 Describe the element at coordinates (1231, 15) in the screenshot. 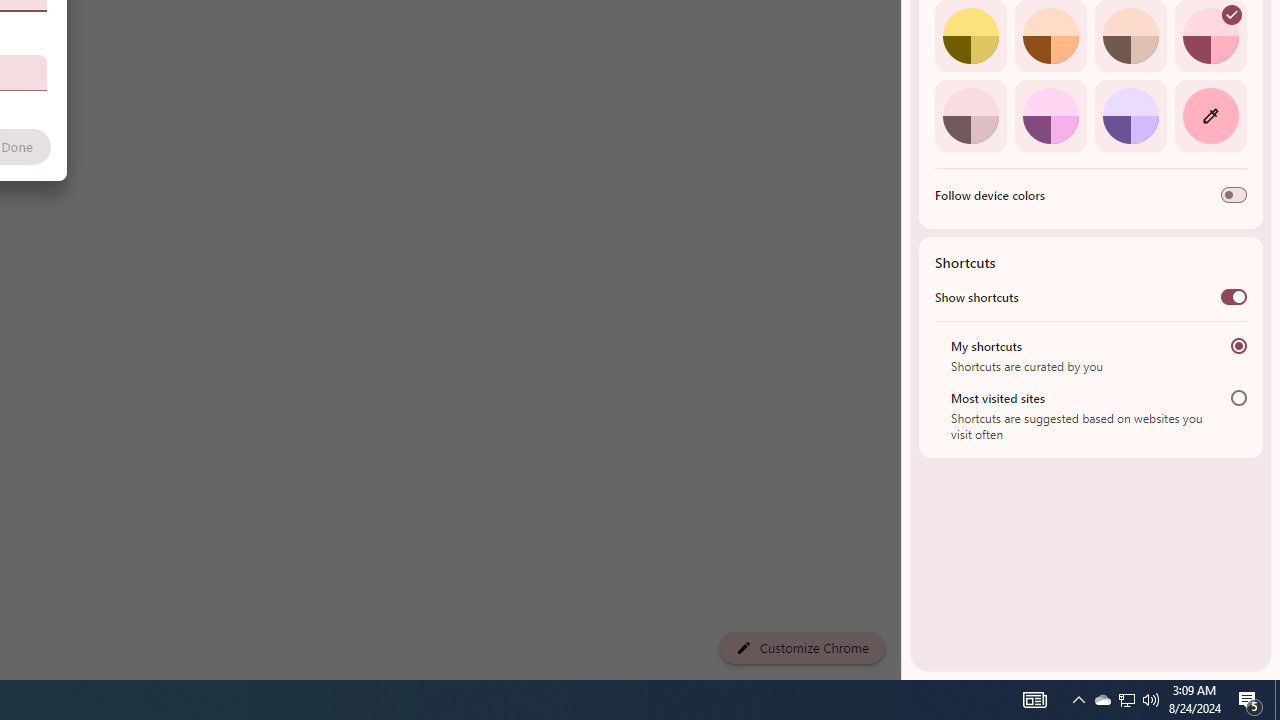

I see `'AutomationID: svg'` at that location.